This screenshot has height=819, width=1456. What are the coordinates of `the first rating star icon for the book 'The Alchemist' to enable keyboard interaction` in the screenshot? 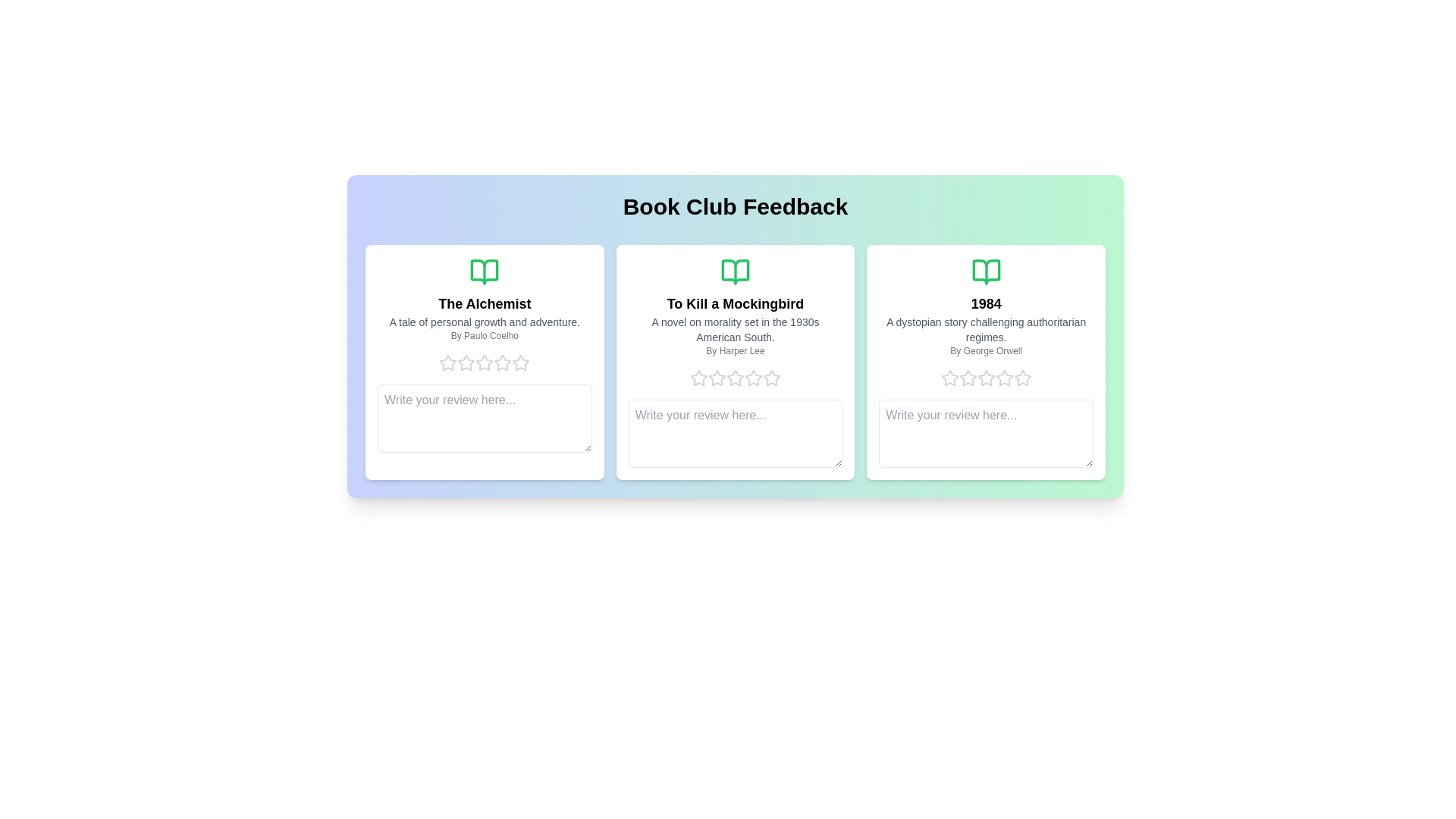 It's located at (466, 362).